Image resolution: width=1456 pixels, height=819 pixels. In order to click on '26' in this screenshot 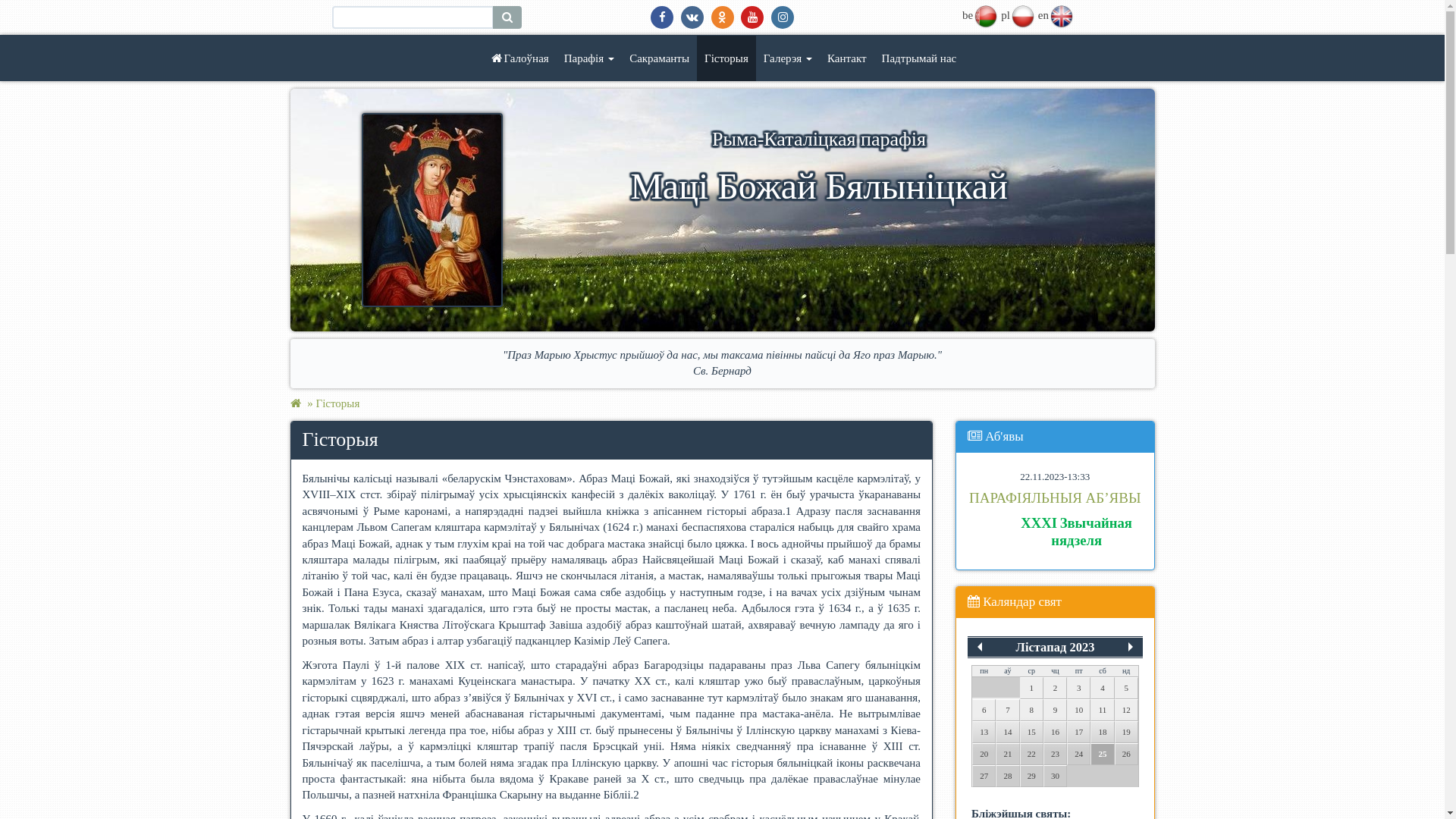, I will do `click(1126, 754)`.